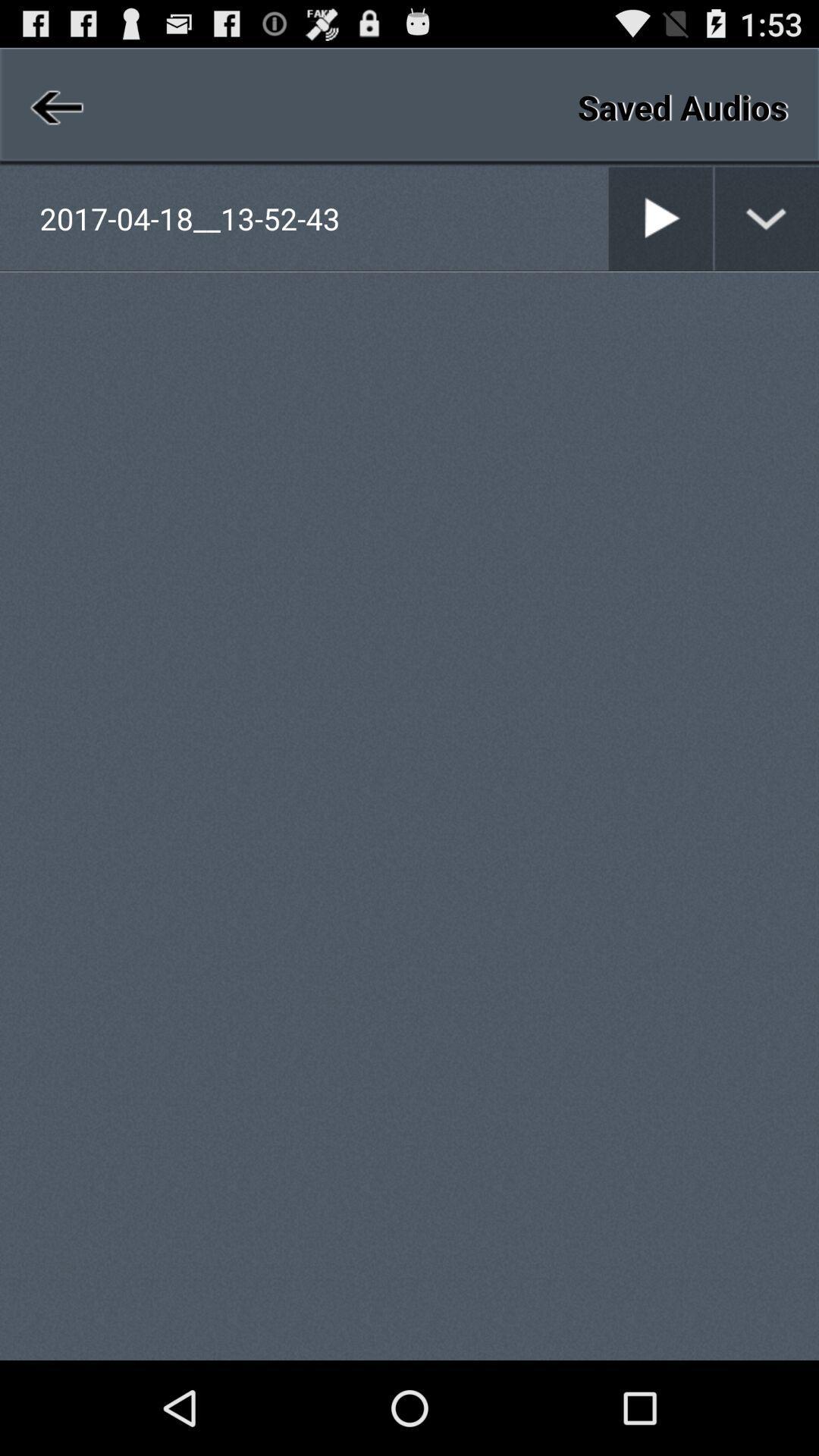 The image size is (819, 1456). I want to click on the 2017 04 18__13 at the top, so click(322, 218).